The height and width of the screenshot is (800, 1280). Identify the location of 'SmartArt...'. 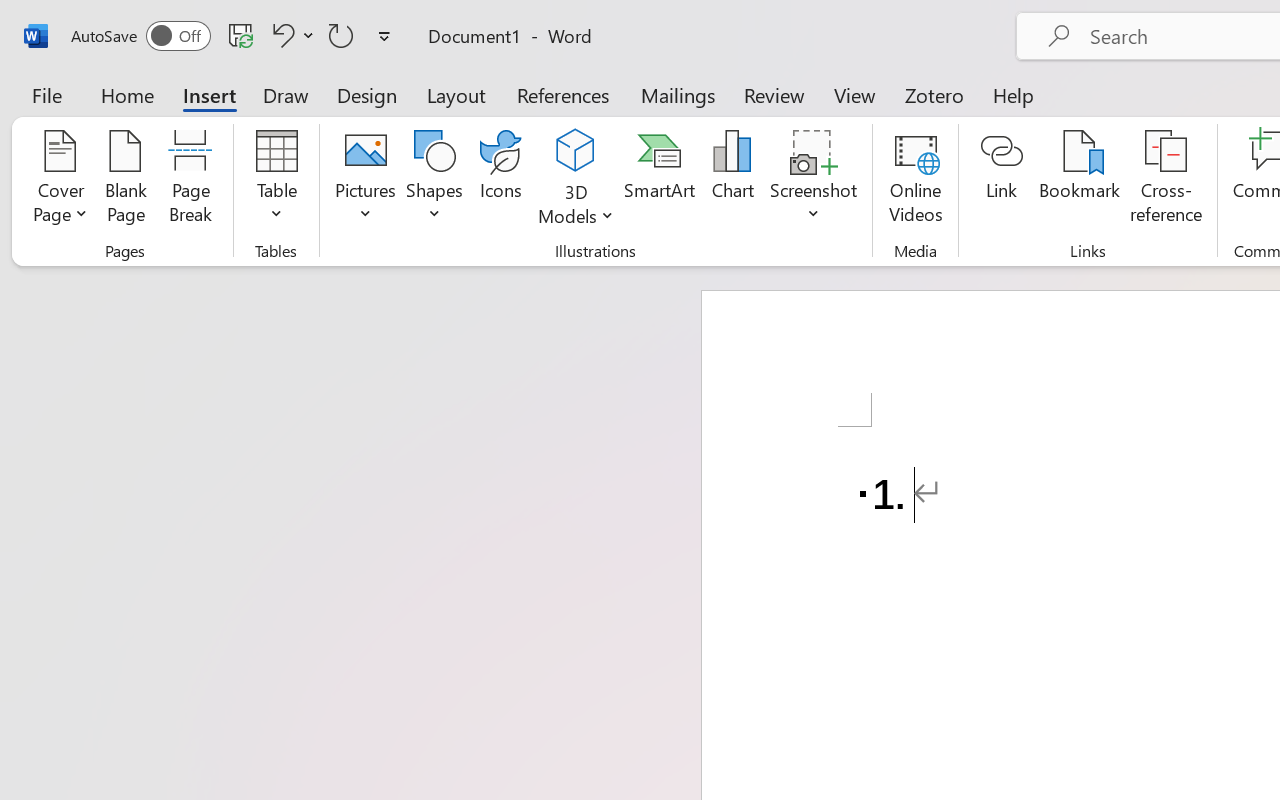
(659, 179).